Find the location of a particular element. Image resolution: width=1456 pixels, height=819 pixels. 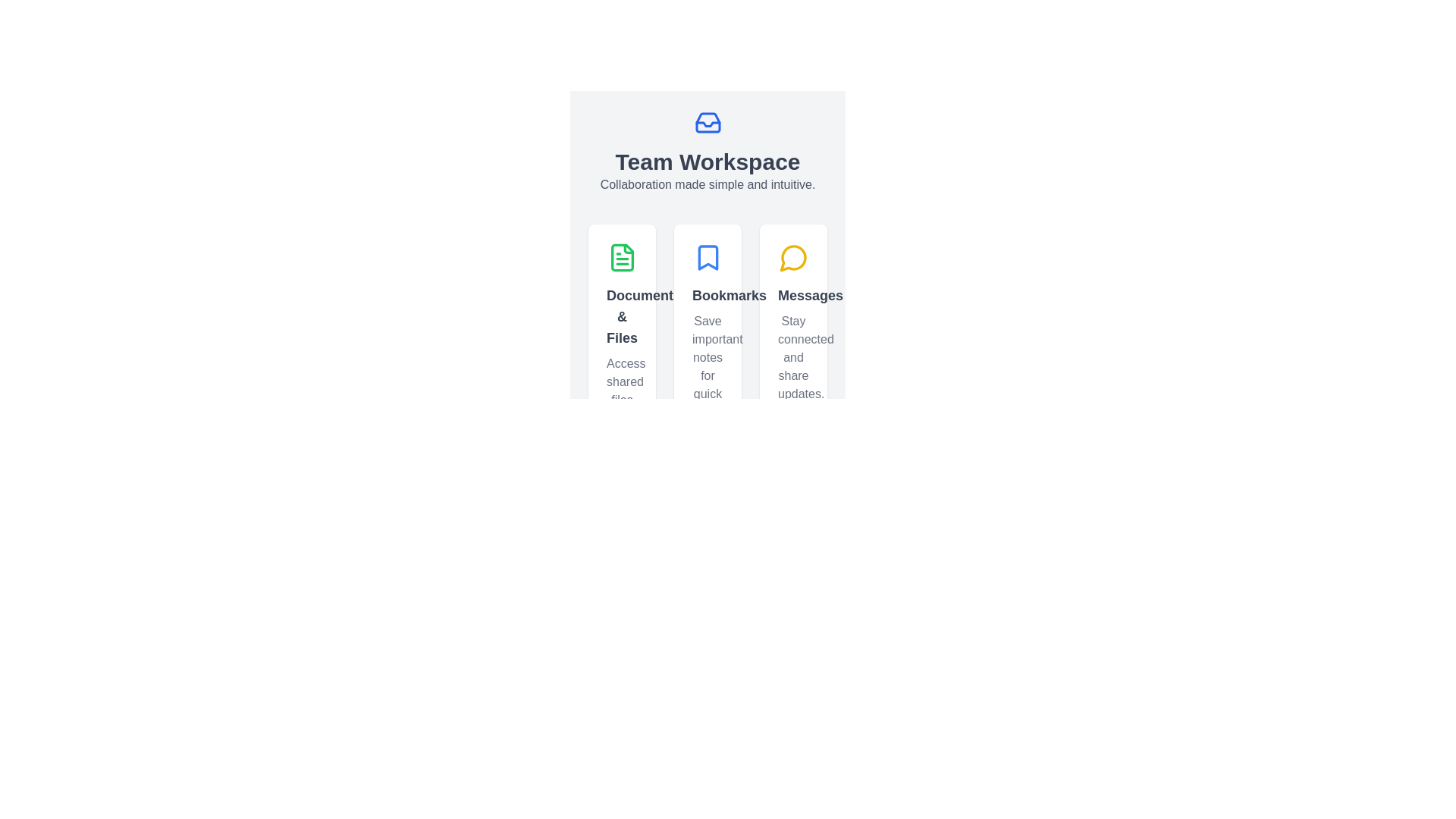

the icon representing the application's focus related to teamwork or communication, located above the 'Team Workspace' heading is located at coordinates (707, 122).